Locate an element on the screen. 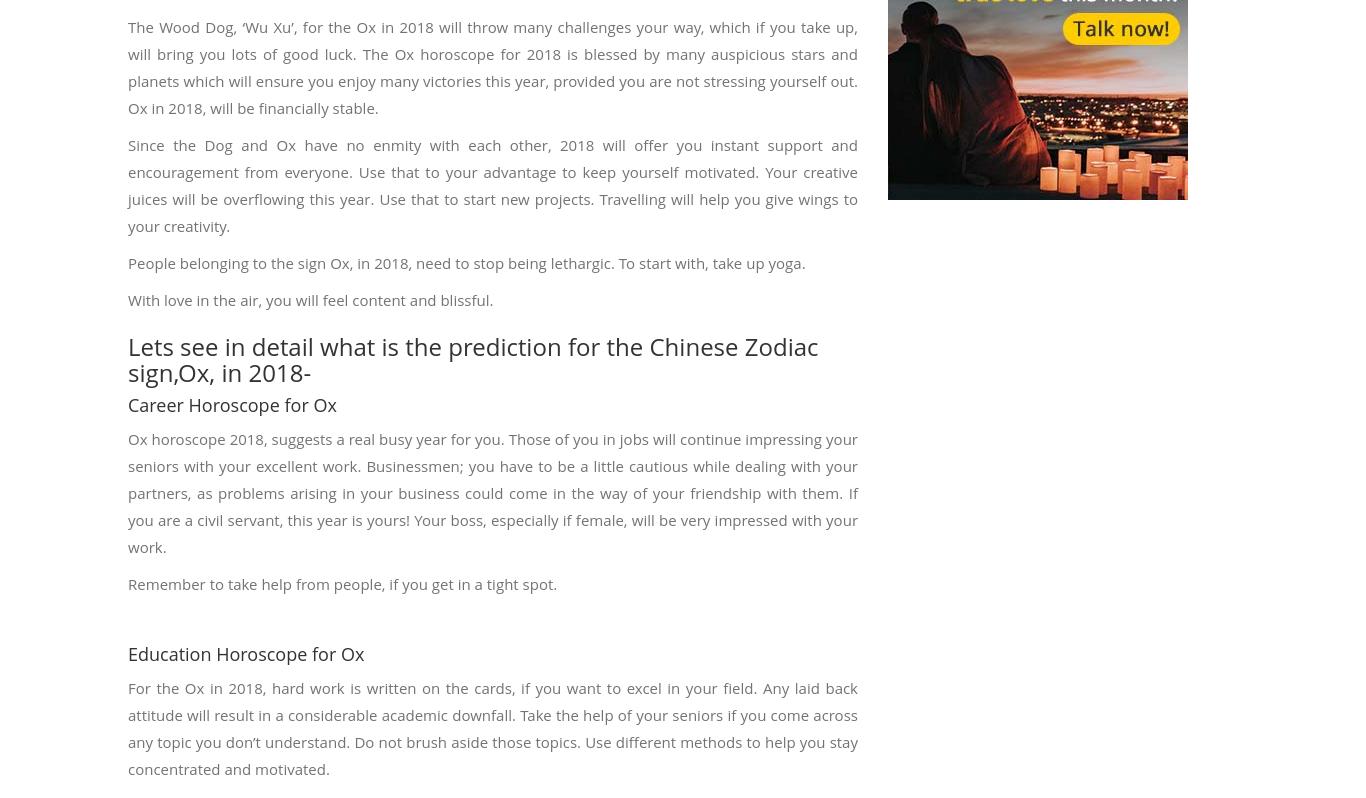 The width and height of the screenshot is (1366, 798). 'Lets see in detail what is the prediction for the Chinese Zodiac sign,Ox, in 2018-' is located at coordinates (473, 358).